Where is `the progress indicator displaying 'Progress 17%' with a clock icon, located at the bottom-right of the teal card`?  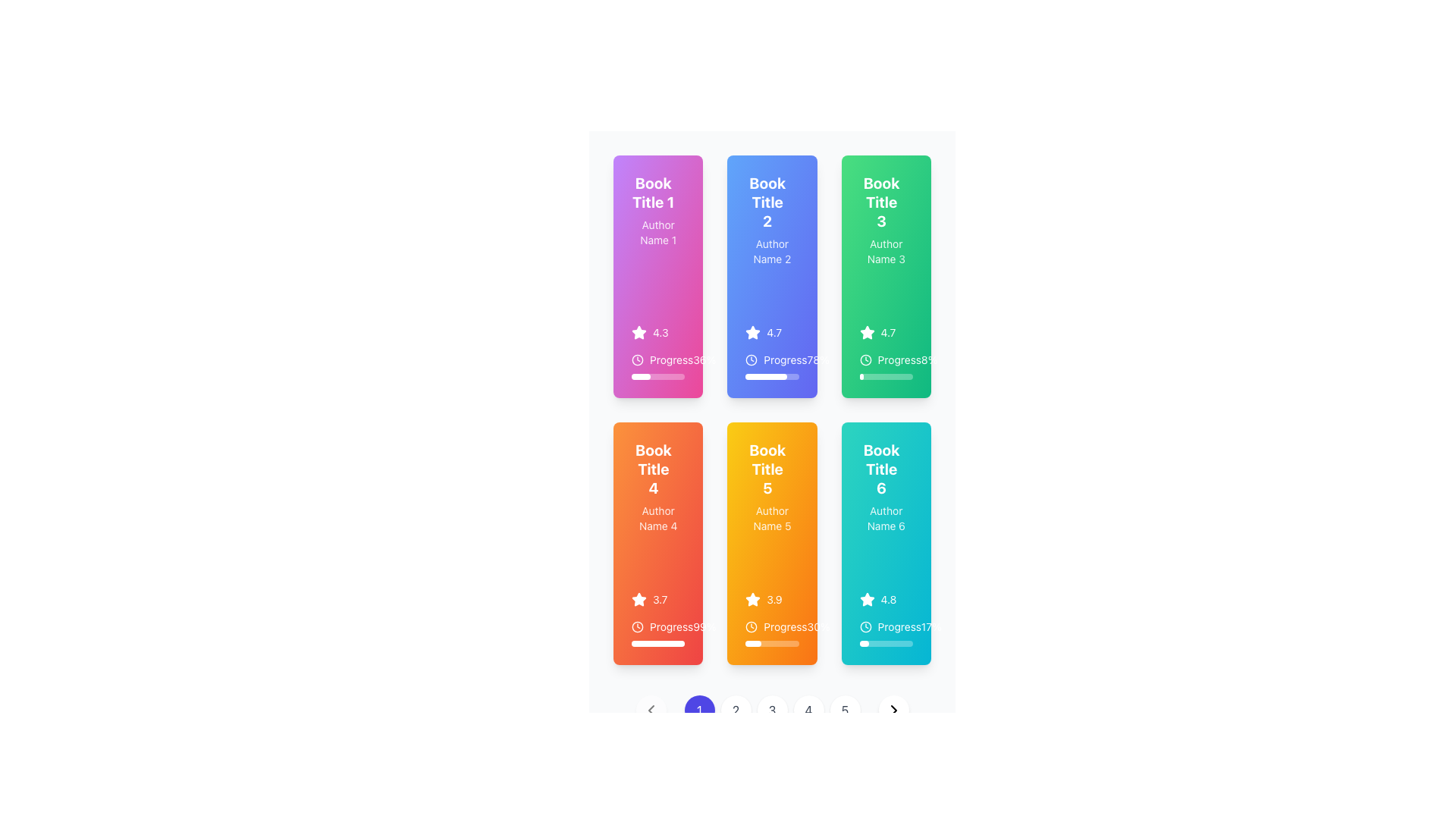
the progress indicator displaying 'Progress 17%' with a clock icon, located at the bottom-right of the teal card is located at coordinates (886, 626).